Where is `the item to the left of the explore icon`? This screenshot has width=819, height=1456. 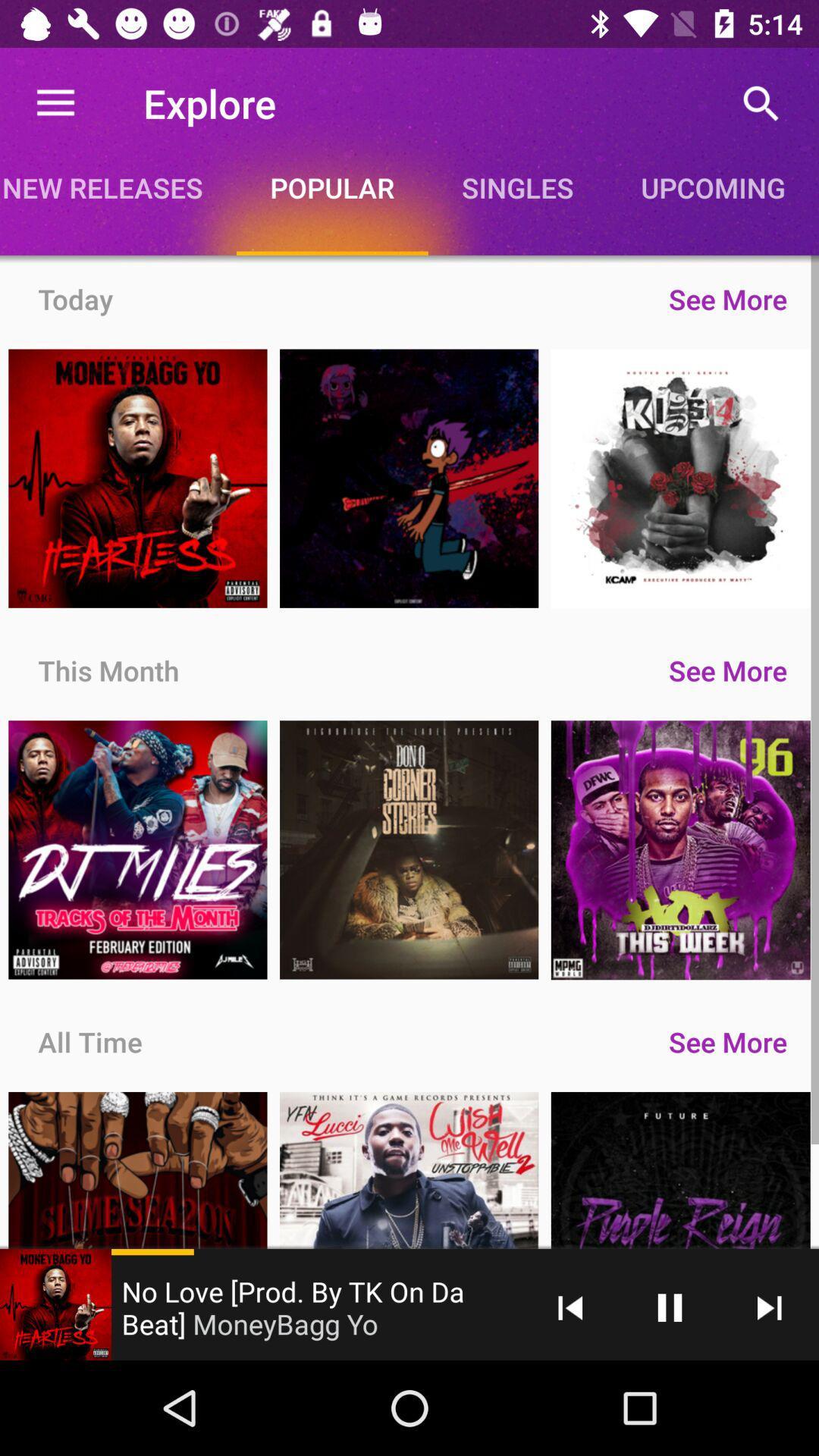 the item to the left of the explore icon is located at coordinates (55, 102).